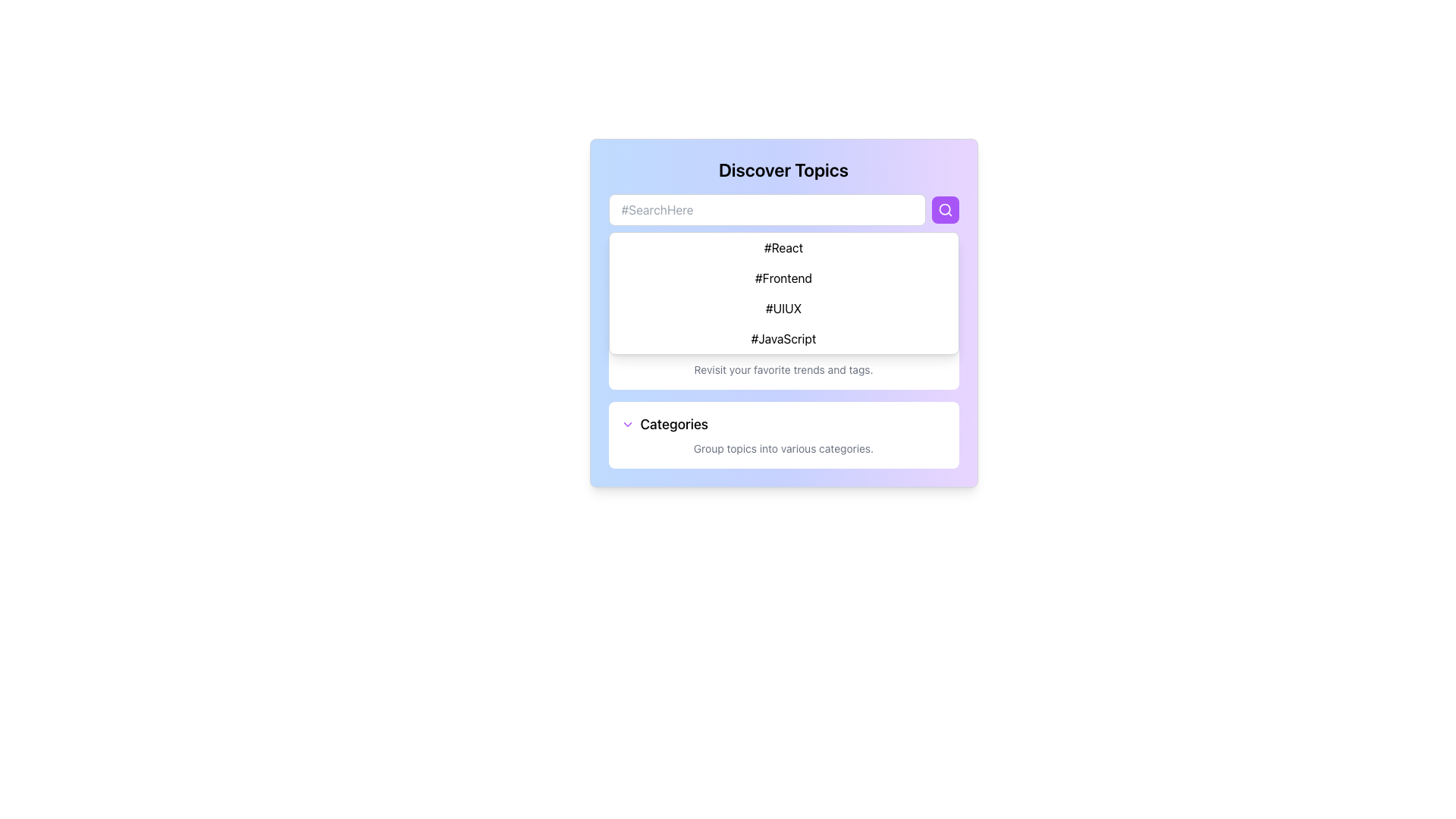  Describe the element at coordinates (944, 210) in the screenshot. I see `the search icon represented by the magnifier located at the top-right corner of the search bar` at that location.